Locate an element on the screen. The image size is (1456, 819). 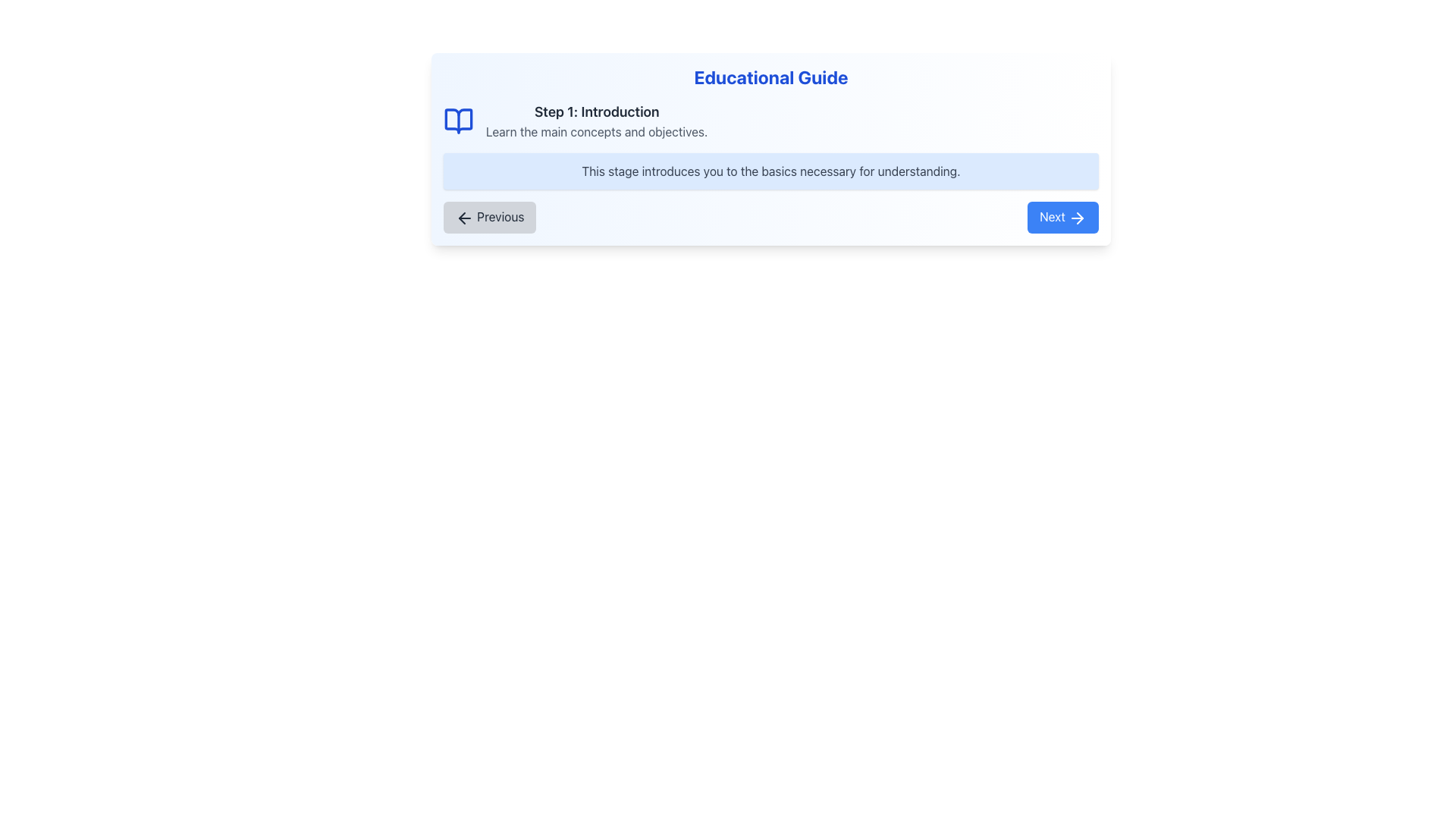
the right-facing arrow icon within the blue 'Next' button, which is styled with a 'lucide' design and outlined in white is located at coordinates (1076, 217).